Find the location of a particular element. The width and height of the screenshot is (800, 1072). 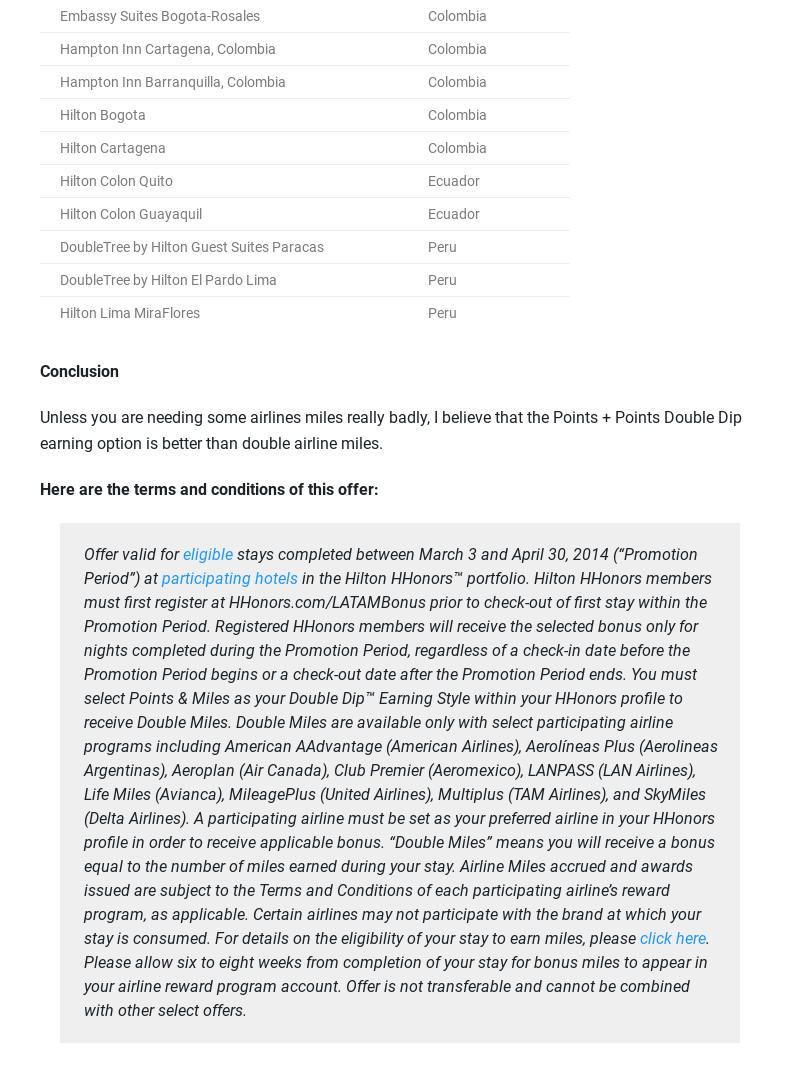

'participating hotels' is located at coordinates (229, 577).